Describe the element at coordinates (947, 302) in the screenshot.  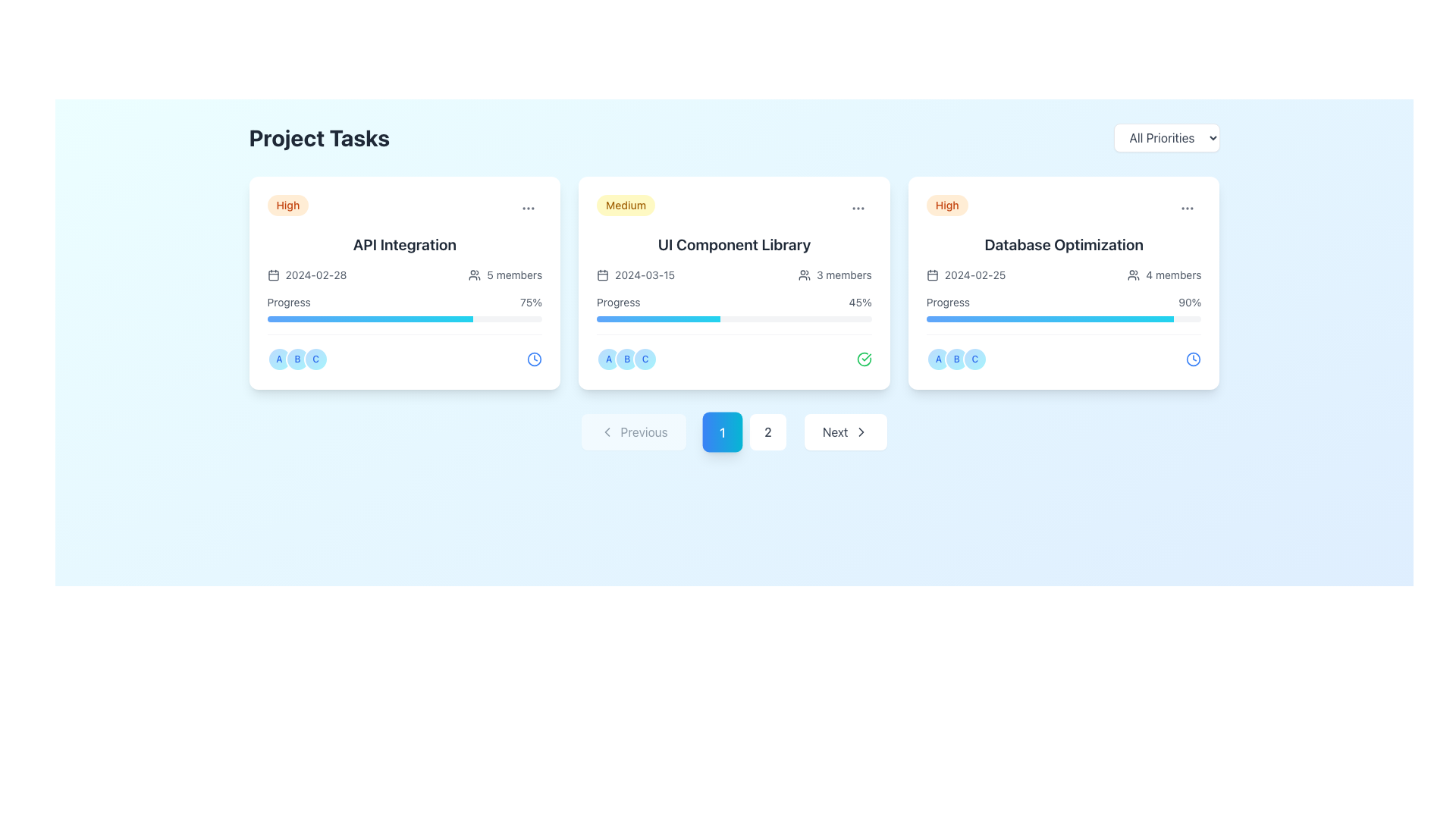
I see `the 'Progress' text label, which is styled in a standard sans-serif font, medium size, and dark gray color, located in the 'Database Optimization' card just above the progress bar` at that location.